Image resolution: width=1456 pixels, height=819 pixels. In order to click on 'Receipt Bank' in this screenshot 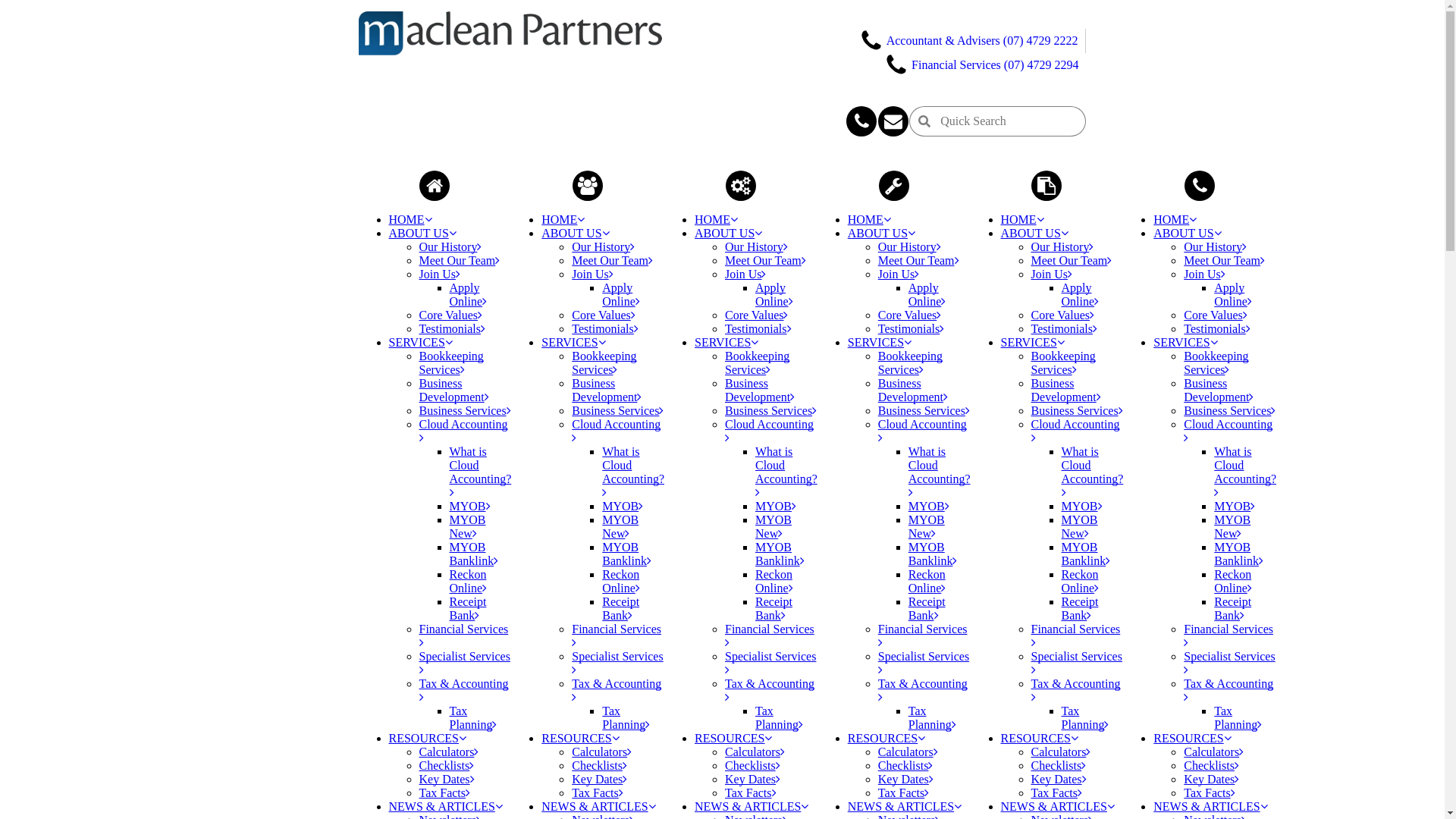, I will do `click(1232, 607)`.